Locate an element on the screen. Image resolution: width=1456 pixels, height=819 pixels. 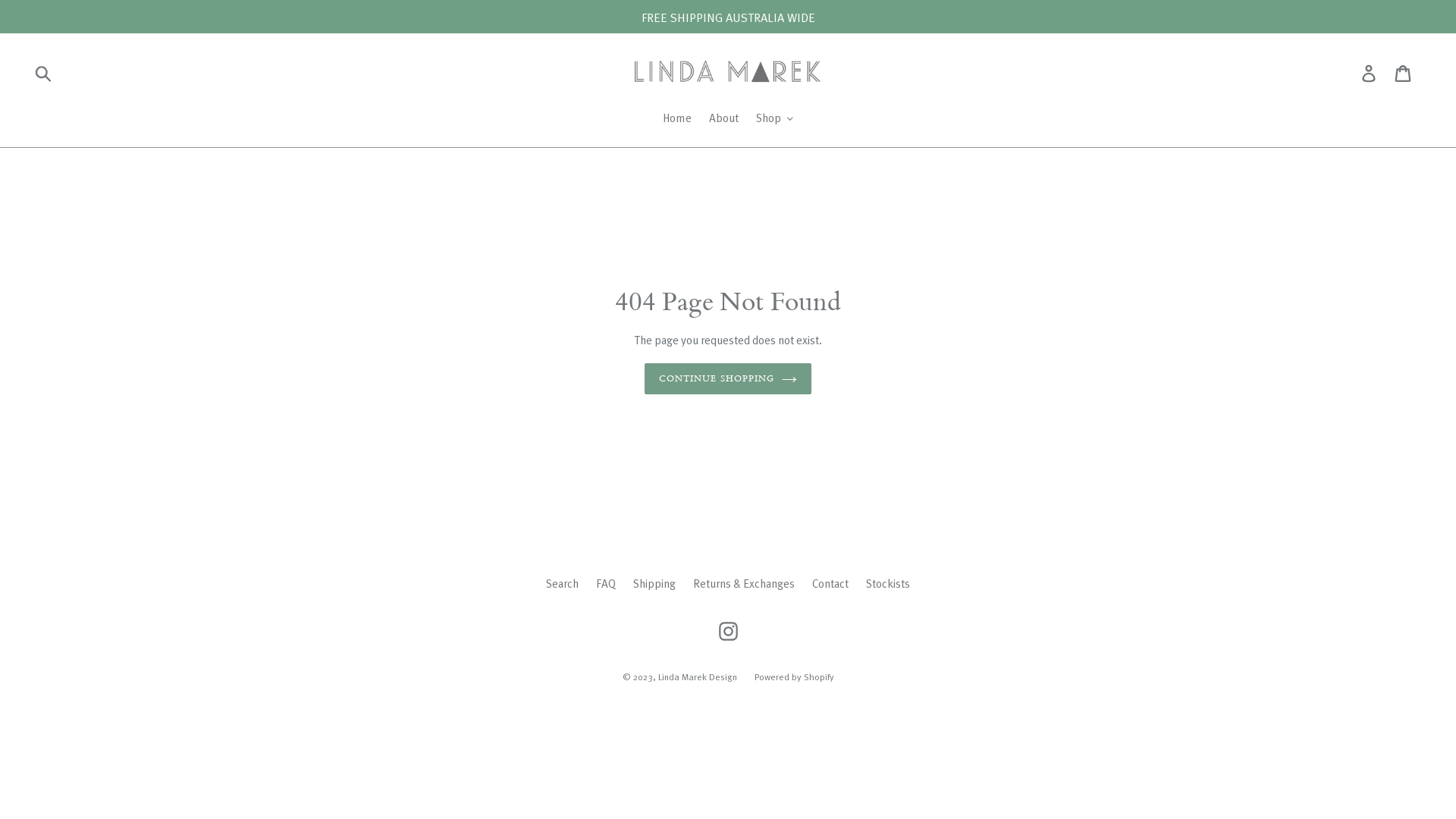
'Shipping' is located at coordinates (654, 582).